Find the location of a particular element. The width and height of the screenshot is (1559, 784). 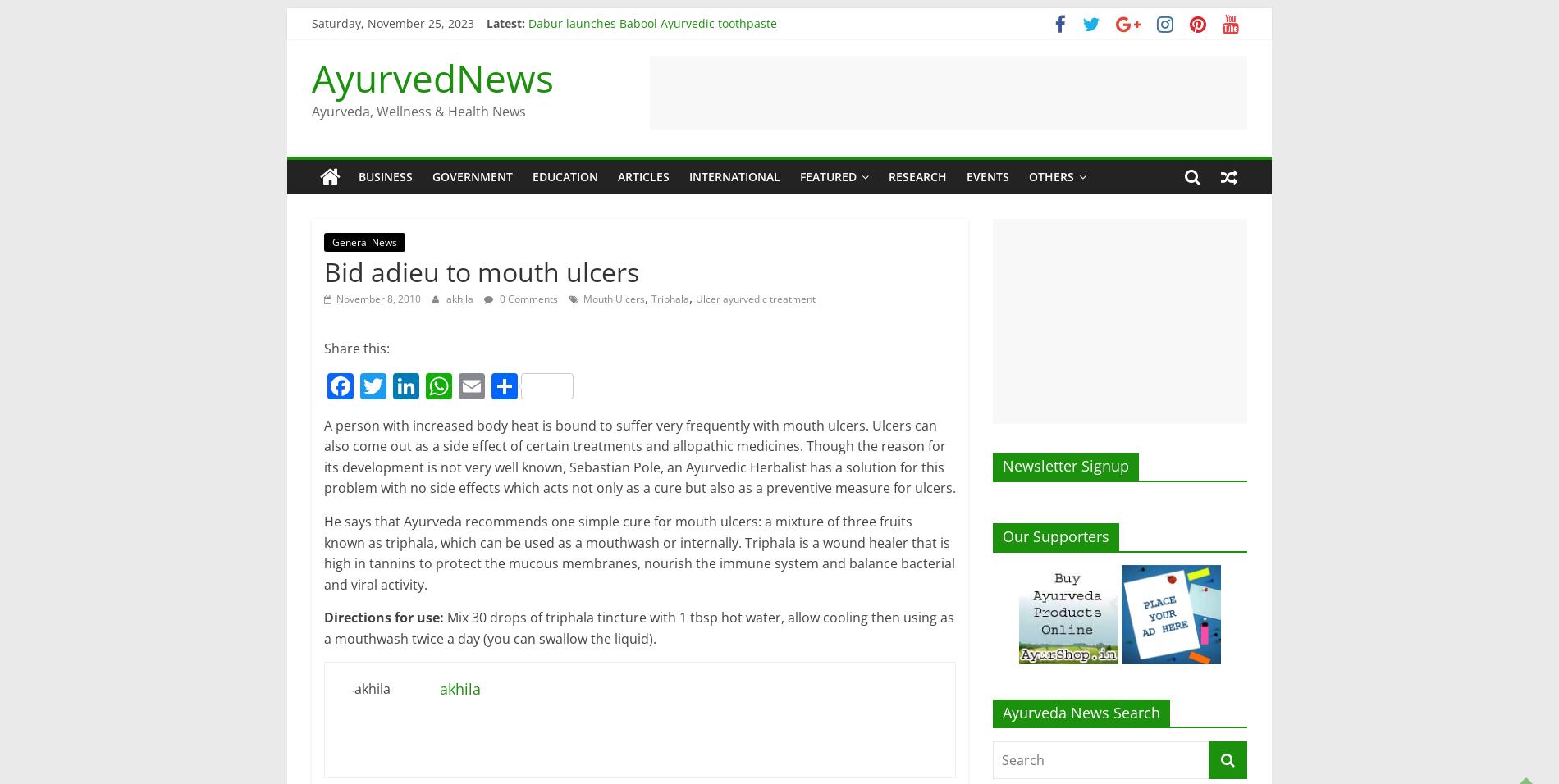

'Dabur Chyawanprash sets Guinness World Record' is located at coordinates (666, 95).